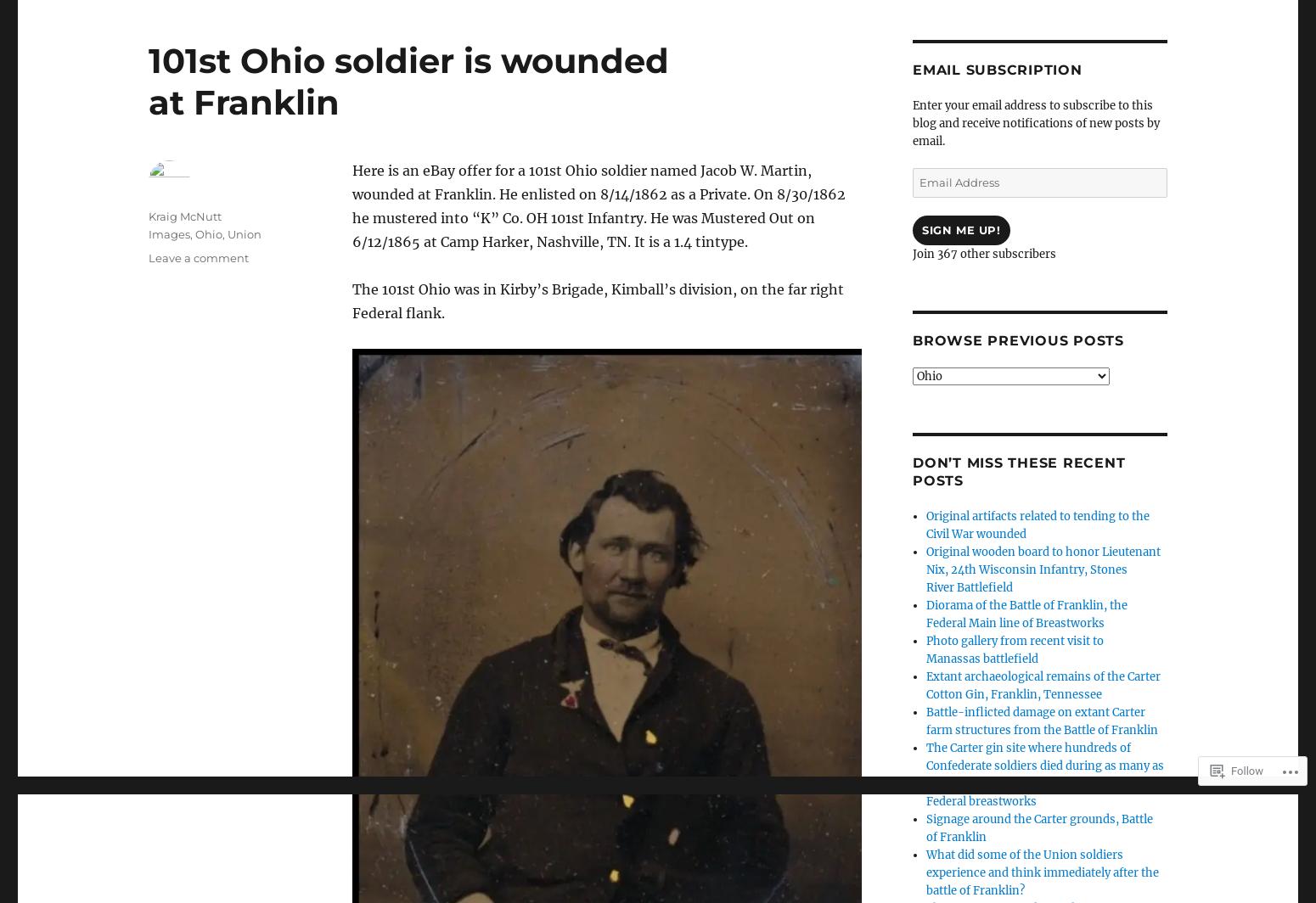 This screenshot has width=1316, height=903. What do you see at coordinates (227, 234) in the screenshot?
I see `'Union'` at bounding box center [227, 234].